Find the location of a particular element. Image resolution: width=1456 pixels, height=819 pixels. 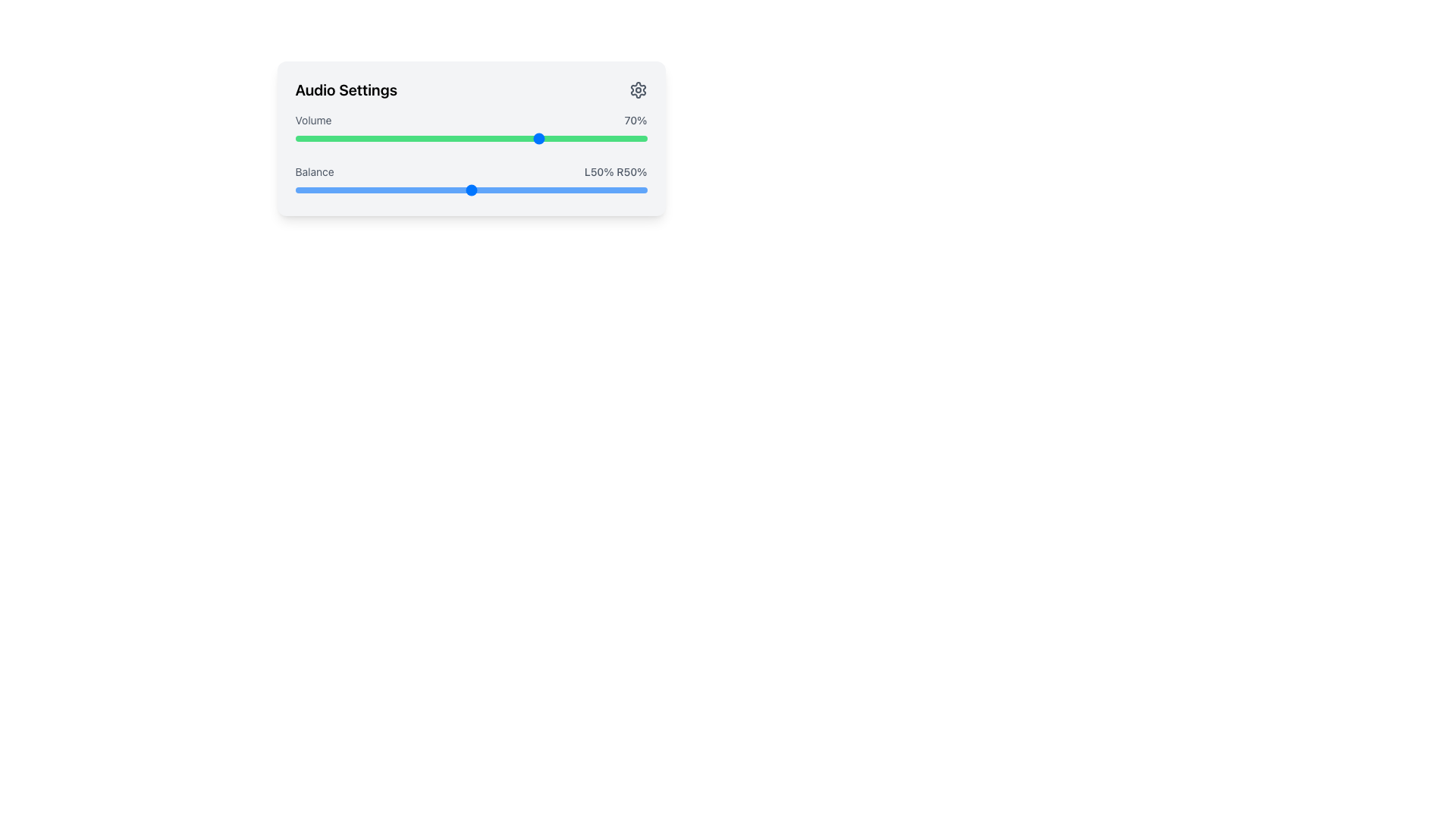

the Text Label Indicator displaying 'Balance' on the left and 'L50% R50%' on the right, which is horizontally centered above a slider control is located at coordinates (470, 171).